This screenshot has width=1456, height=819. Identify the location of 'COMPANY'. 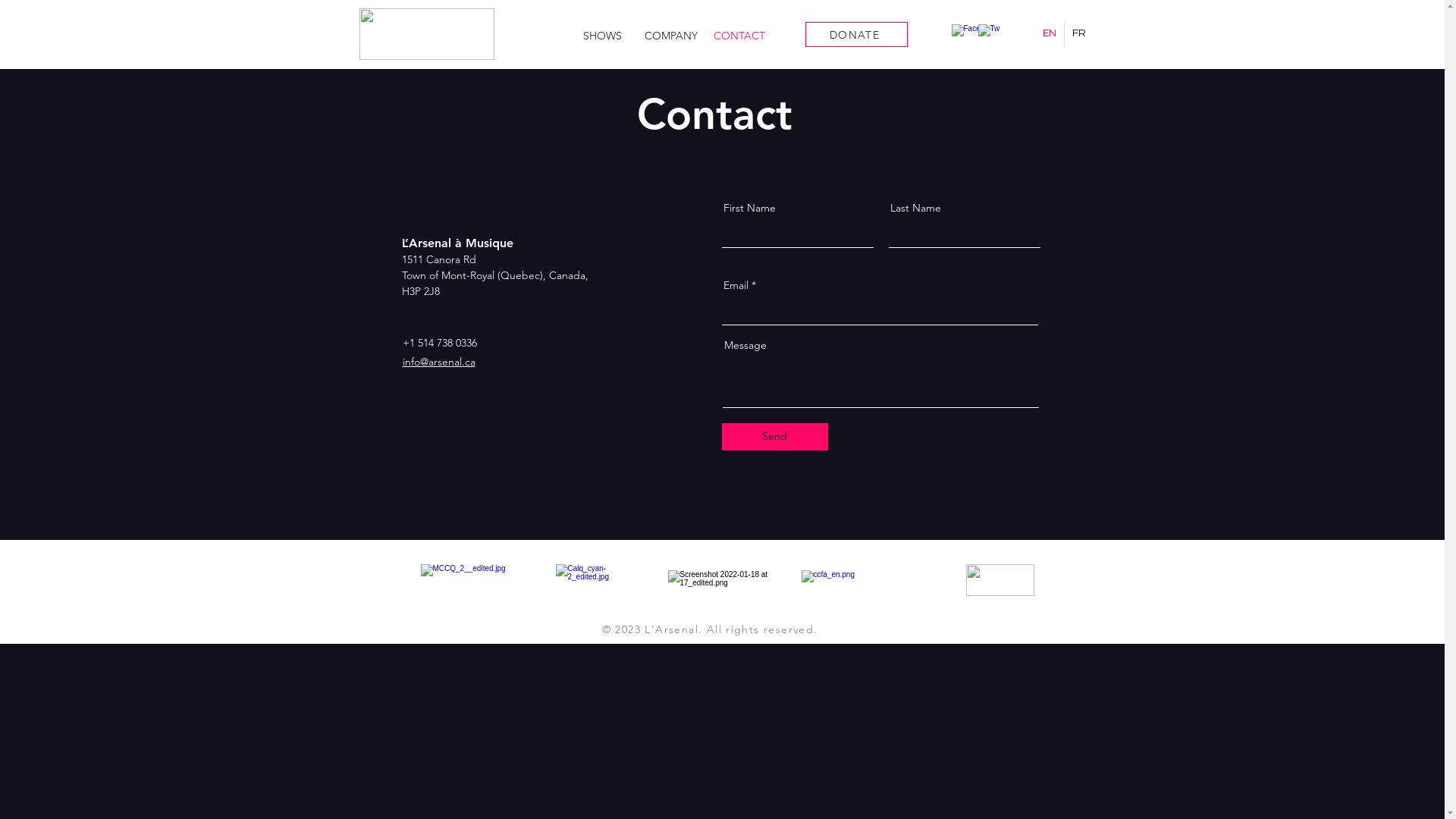
(670, 35).